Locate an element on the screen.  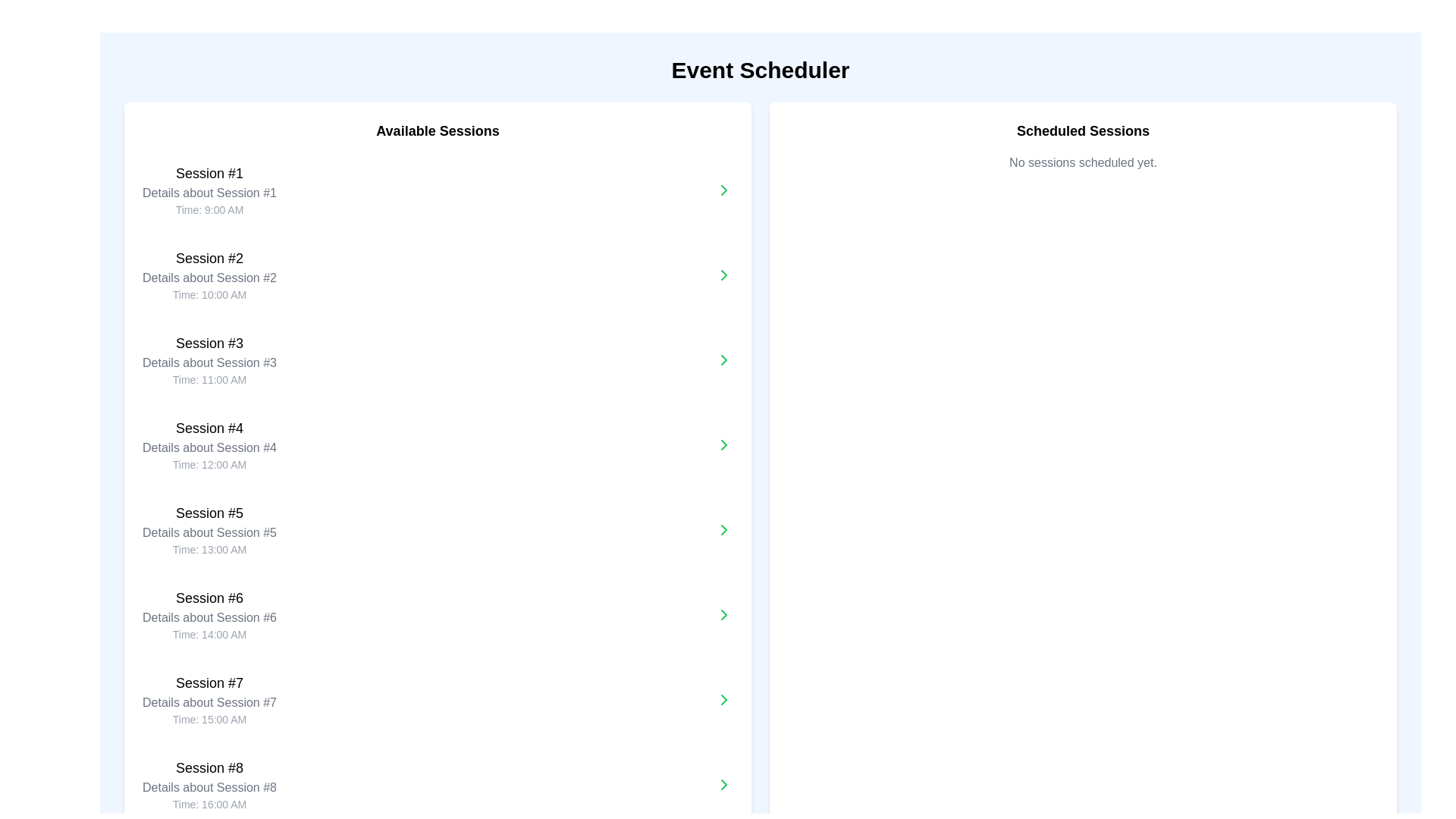
the Text Block that displays 'Session #5', which includes the header, subtext, and timestamp, positioned under 'Available Sessions' is located at coordinates (209, 529).